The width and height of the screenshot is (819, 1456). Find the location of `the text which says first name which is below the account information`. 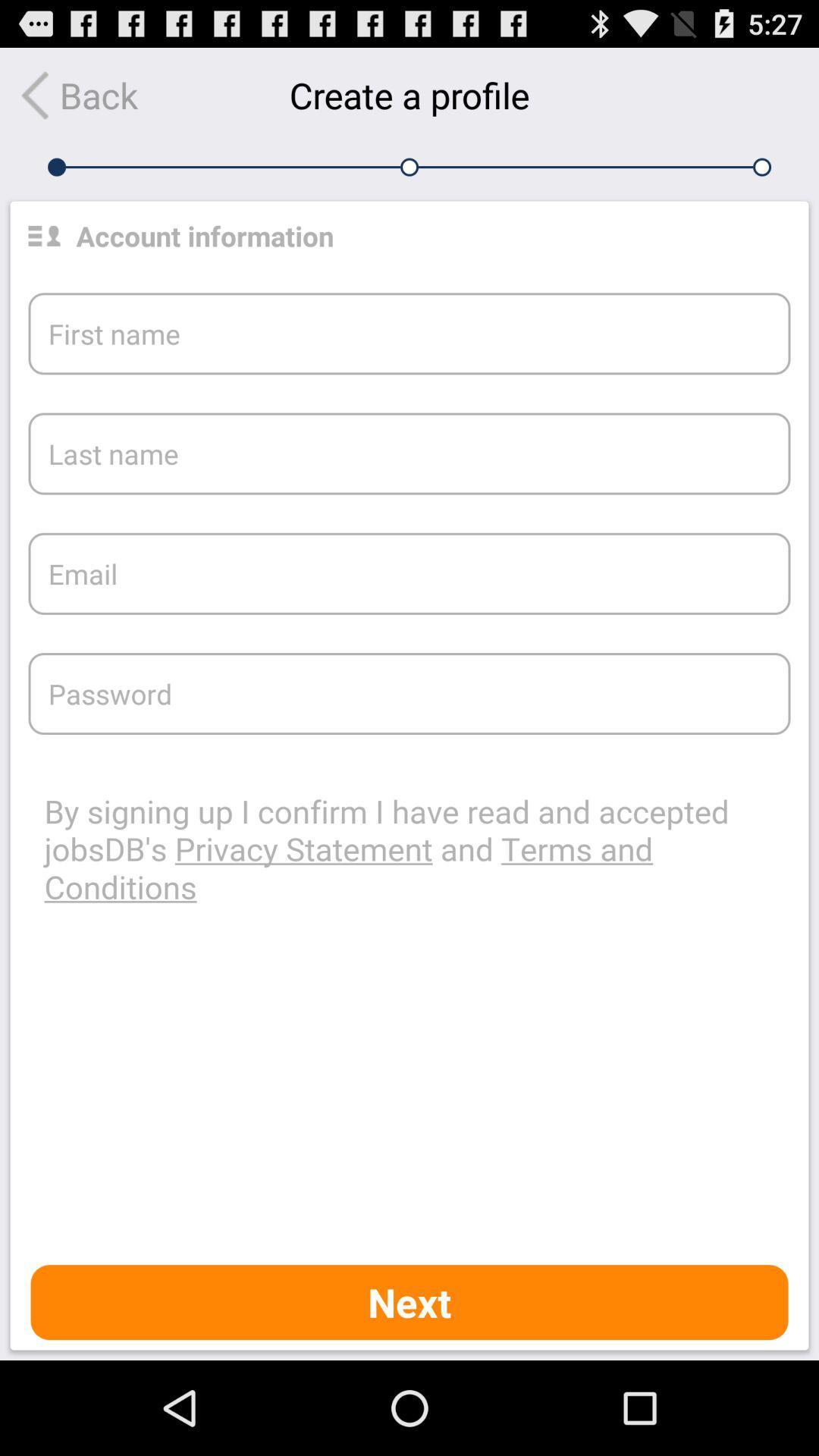

the text which says first name which is below the account information is located at coordinates (409, 333).